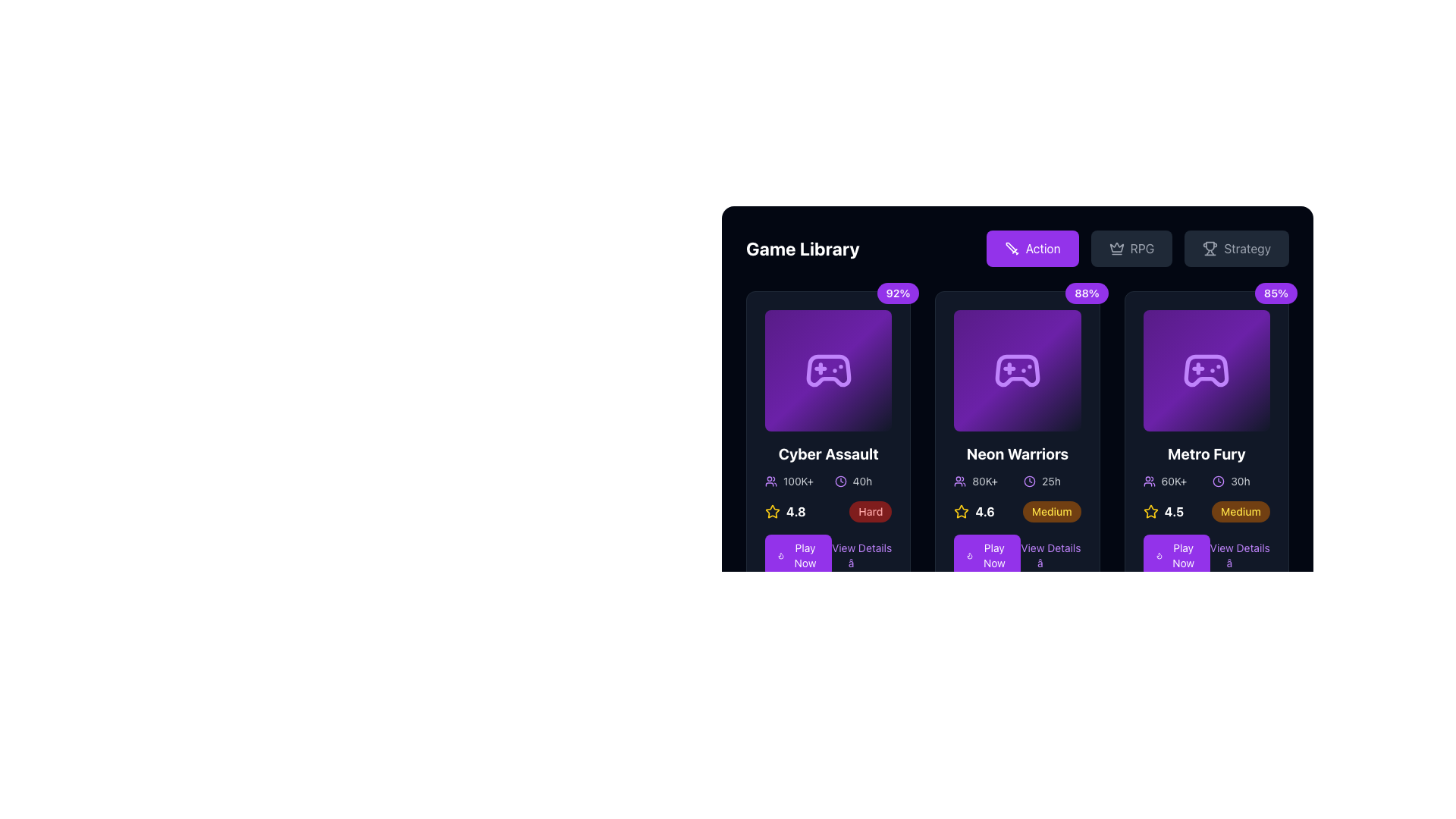 This screenshot has width=1456, height=819. Describe the element at coordinates (863, 482) in the screenshot. I see `the informational element featuring a small purple clock icon followed by the text '40h' in light gray, located within the 'Cyber Assault' game card` at that location.